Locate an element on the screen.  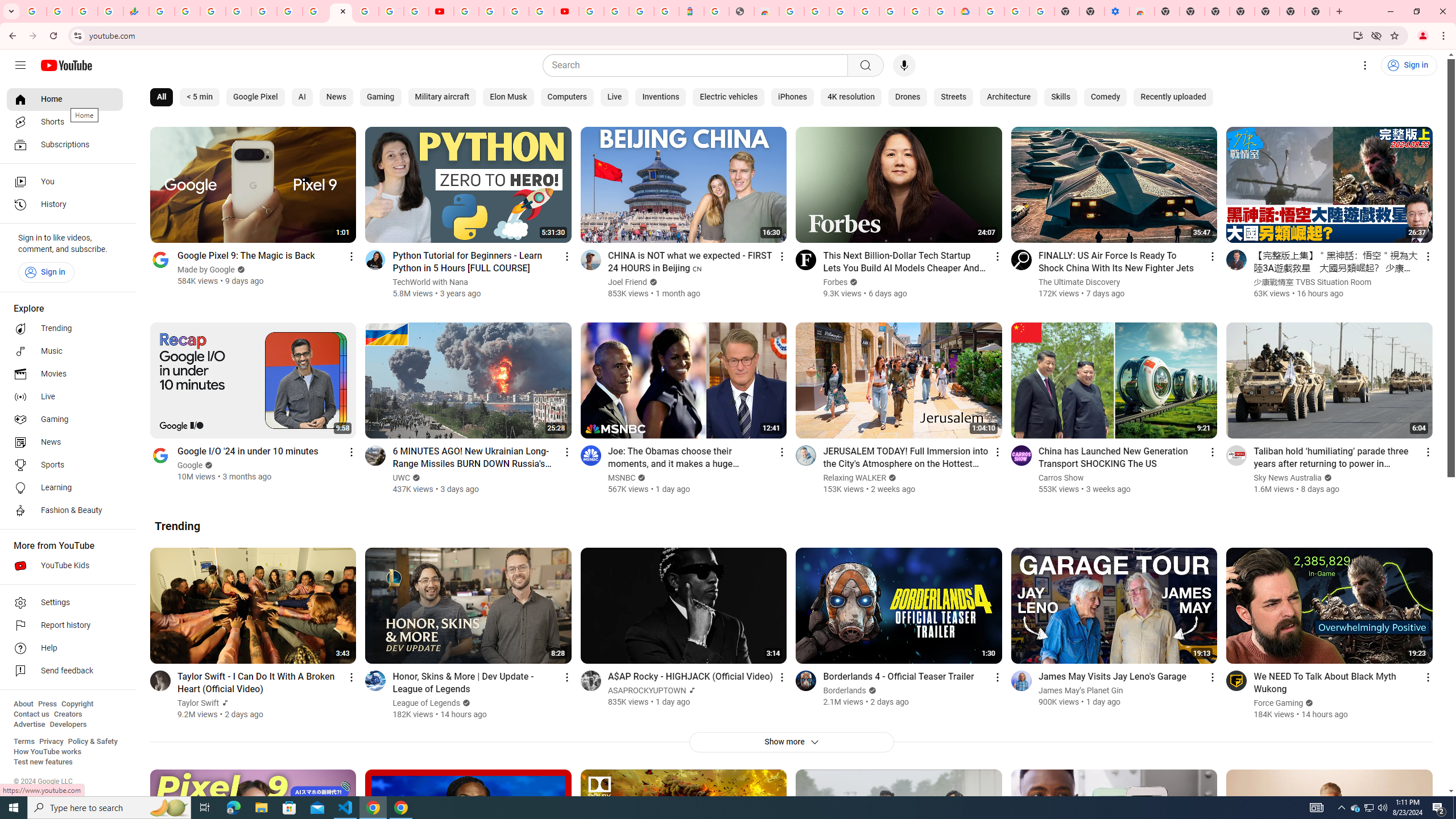
'How YouTube works' is located at coordinates (47, 751).